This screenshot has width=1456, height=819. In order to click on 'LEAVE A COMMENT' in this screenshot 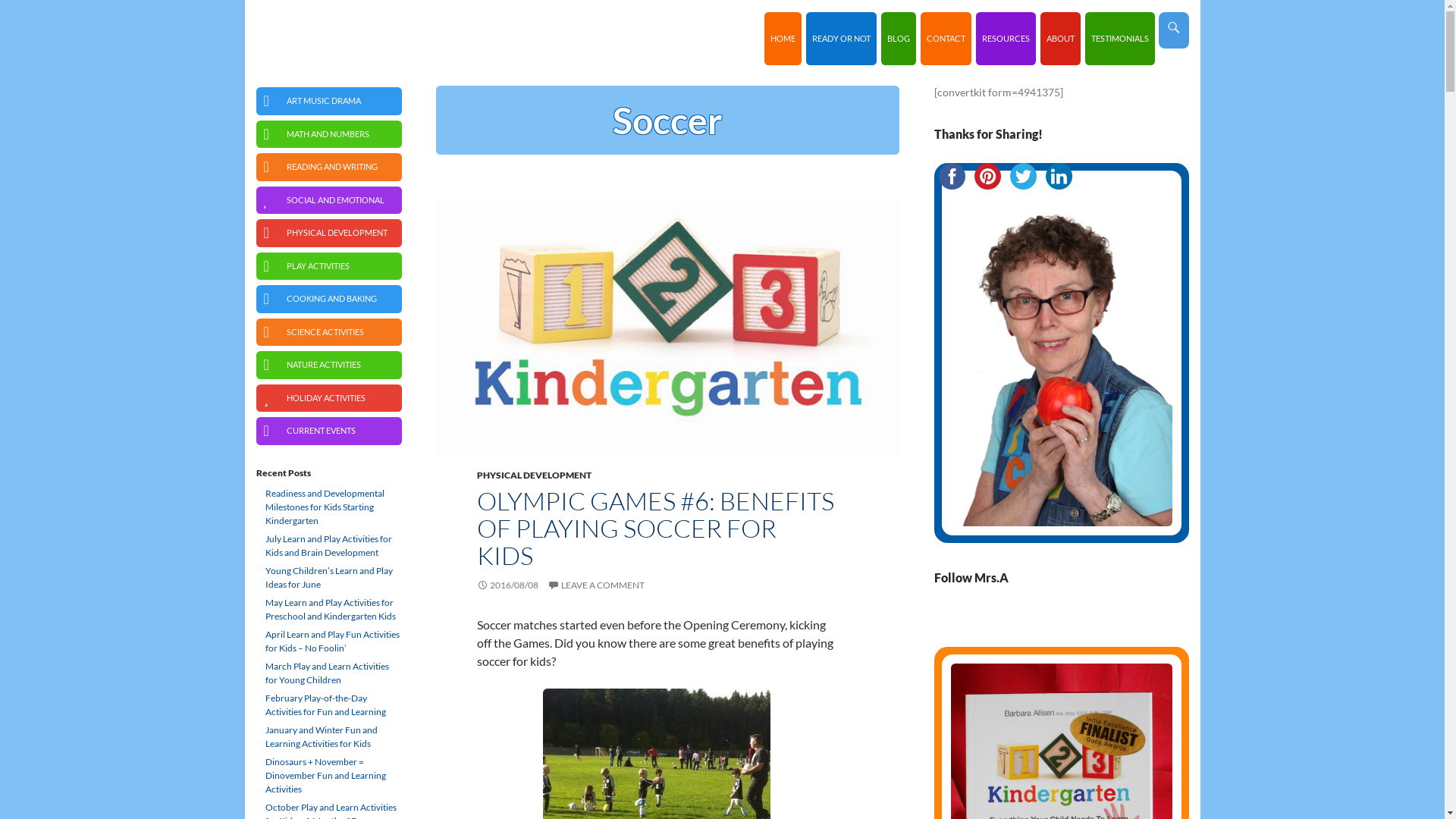, I will do `click(546, 584)`.